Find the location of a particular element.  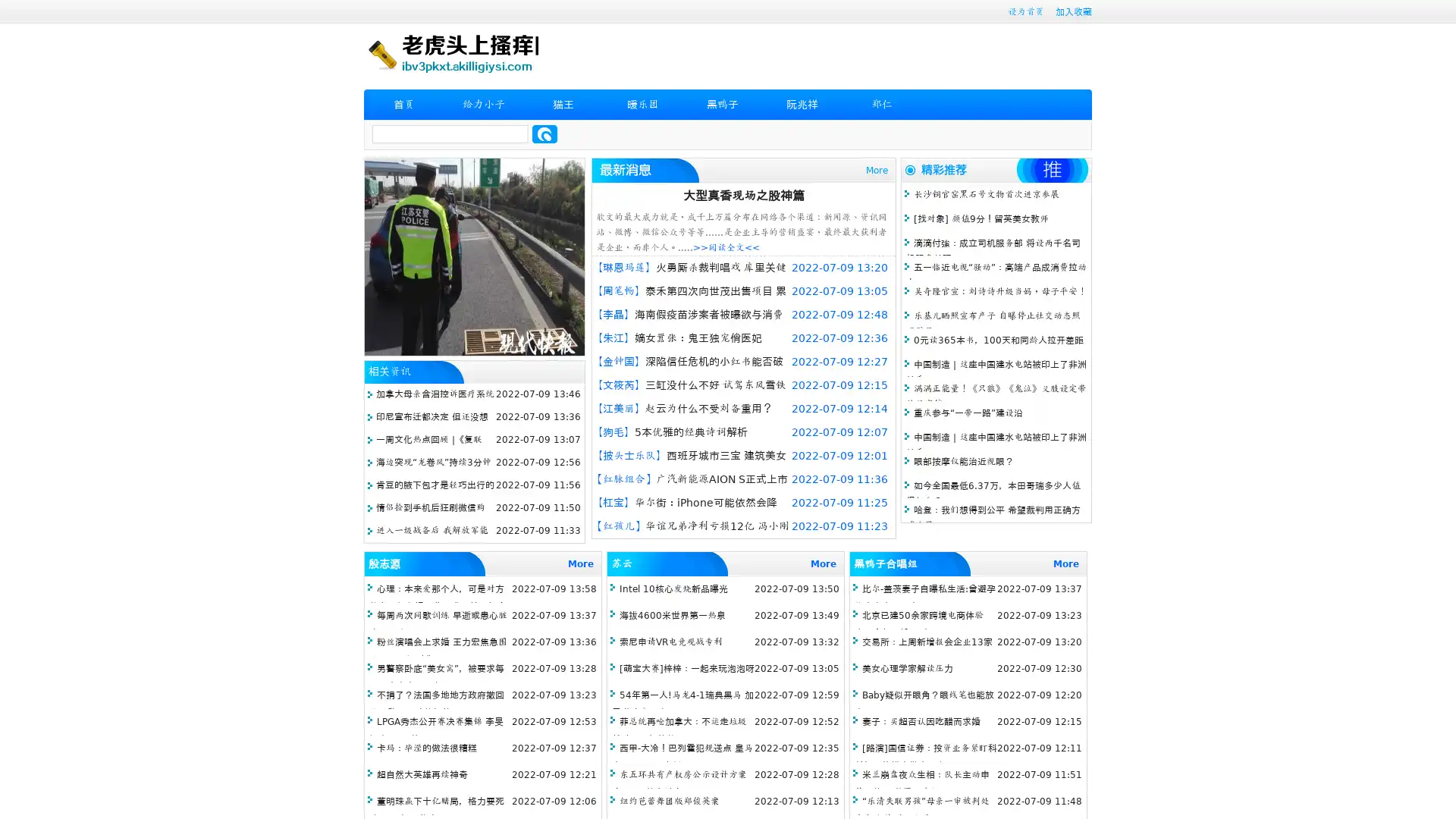

Search is located at coordinates (544, 133).